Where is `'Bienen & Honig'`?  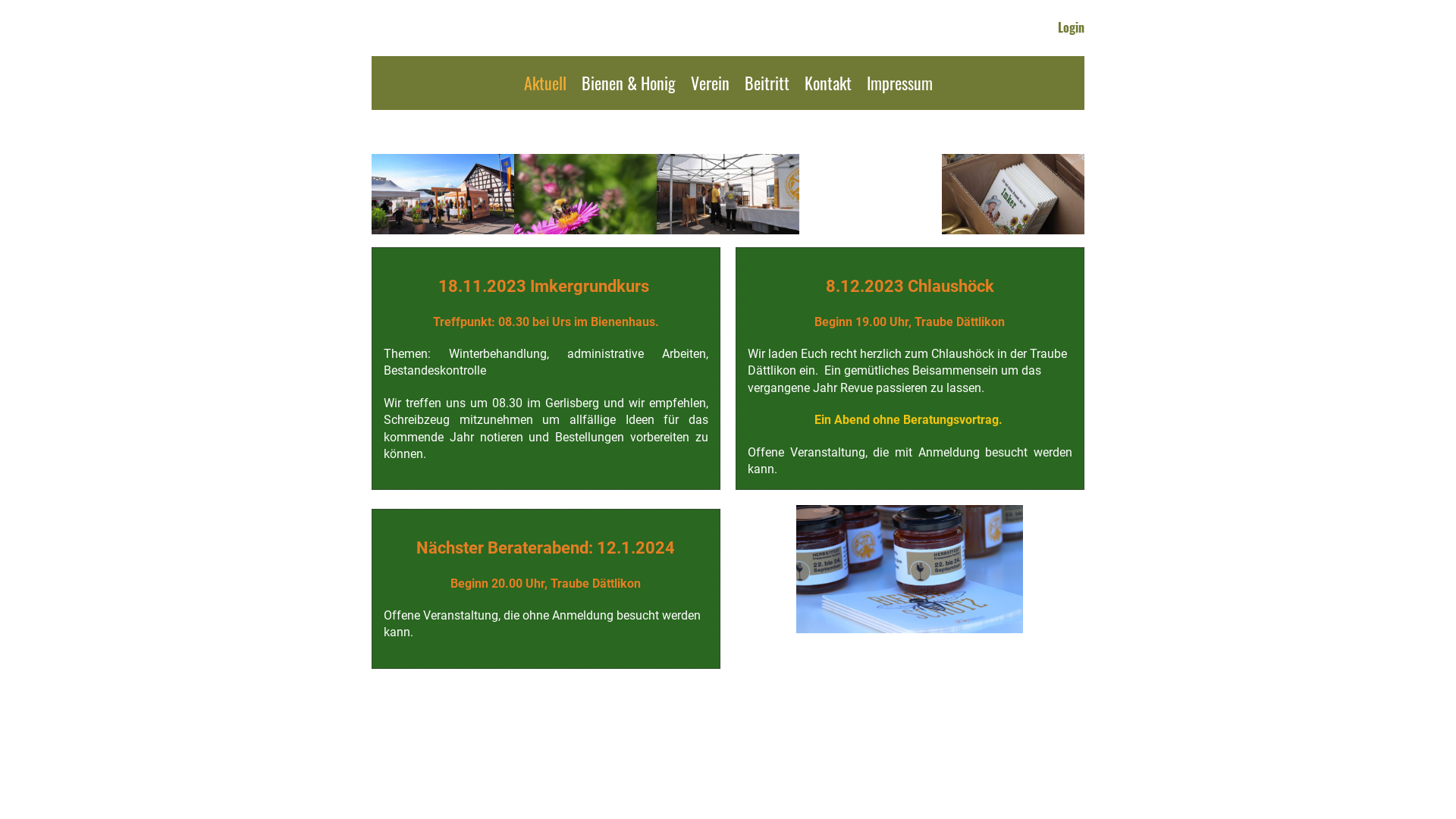
'Bienen & Honig' is located at coordinates (572, 83).